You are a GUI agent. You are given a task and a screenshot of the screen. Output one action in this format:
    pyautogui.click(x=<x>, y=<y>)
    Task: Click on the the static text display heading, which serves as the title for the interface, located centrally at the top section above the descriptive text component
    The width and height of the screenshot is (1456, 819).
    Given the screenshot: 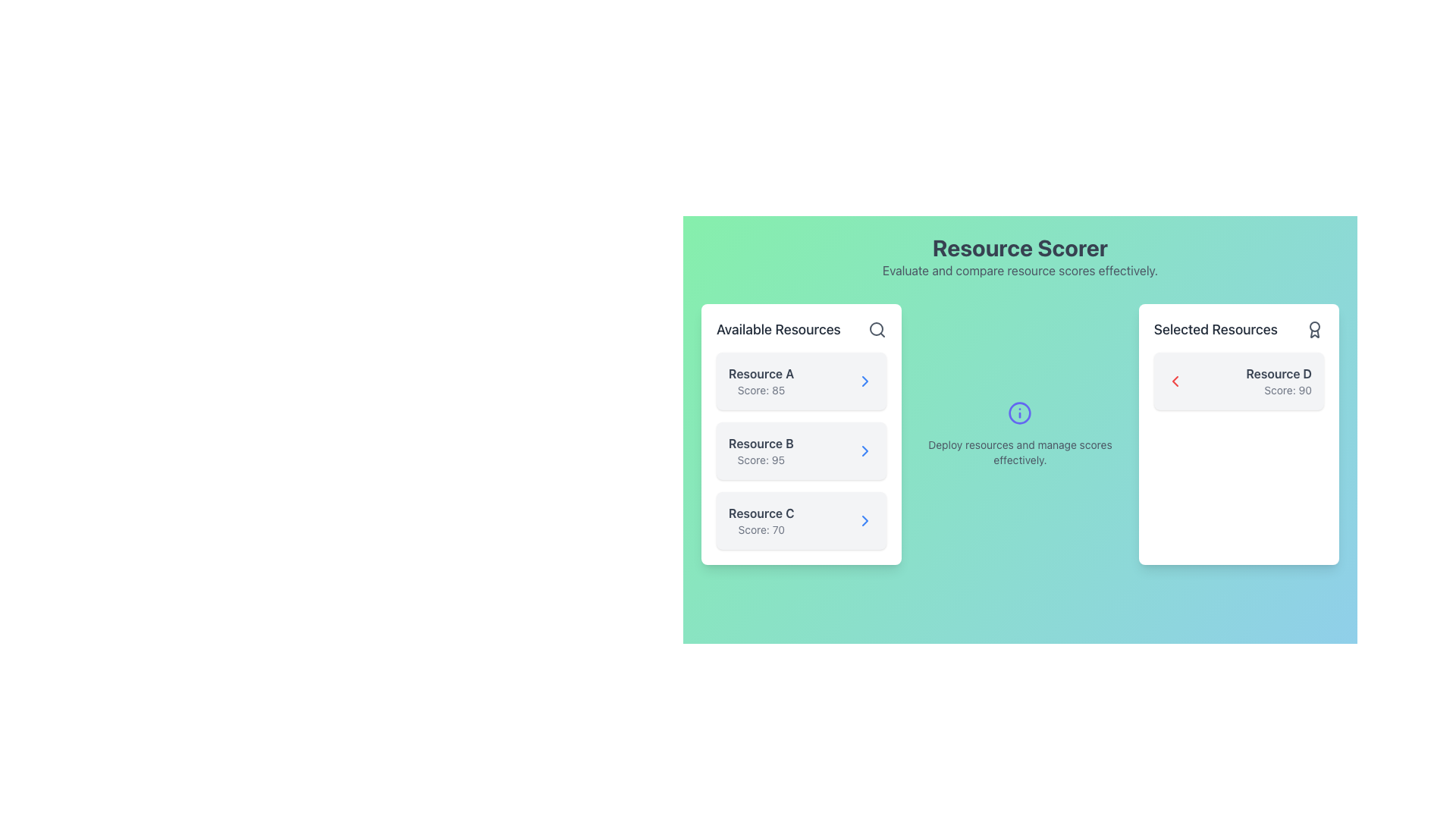 What is the action you would take?
    pyautogui.click(x=1020, y=247)
    